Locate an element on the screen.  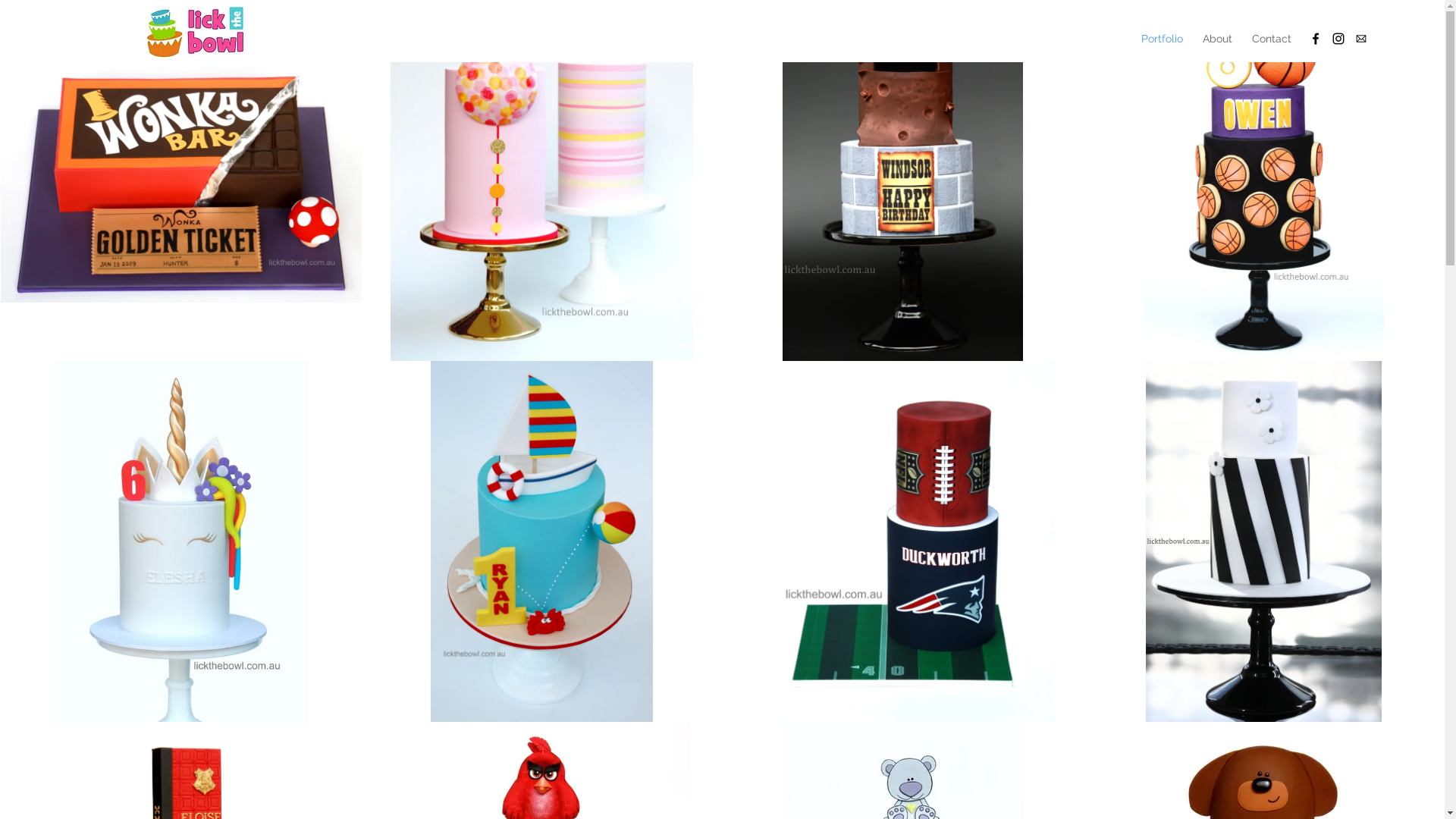
'Contact' is located at coordinates (1271, 37).